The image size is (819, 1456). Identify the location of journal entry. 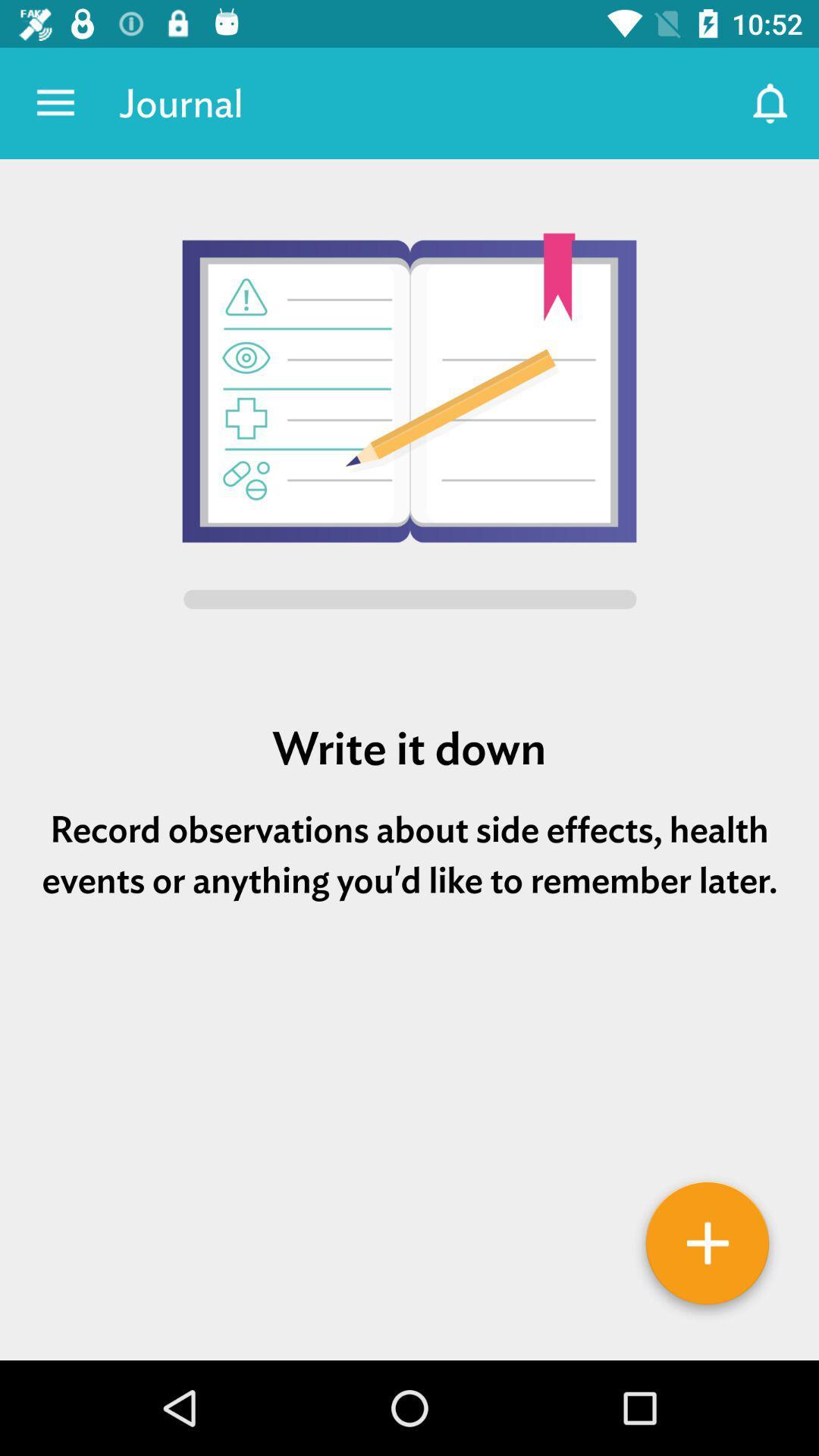
(708, 1248).